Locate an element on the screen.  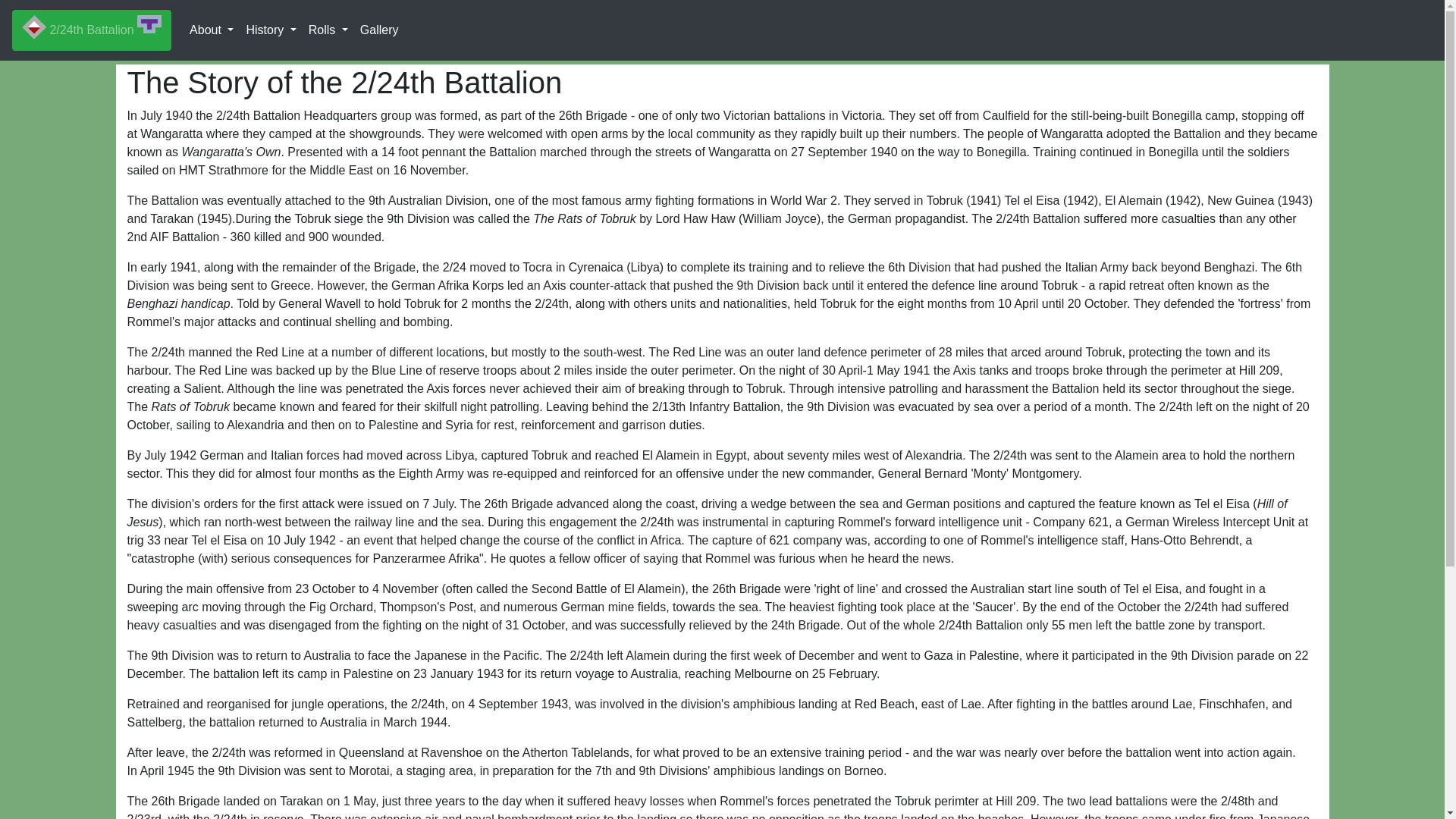
'Gallery' is located at coordinates (379, 30).